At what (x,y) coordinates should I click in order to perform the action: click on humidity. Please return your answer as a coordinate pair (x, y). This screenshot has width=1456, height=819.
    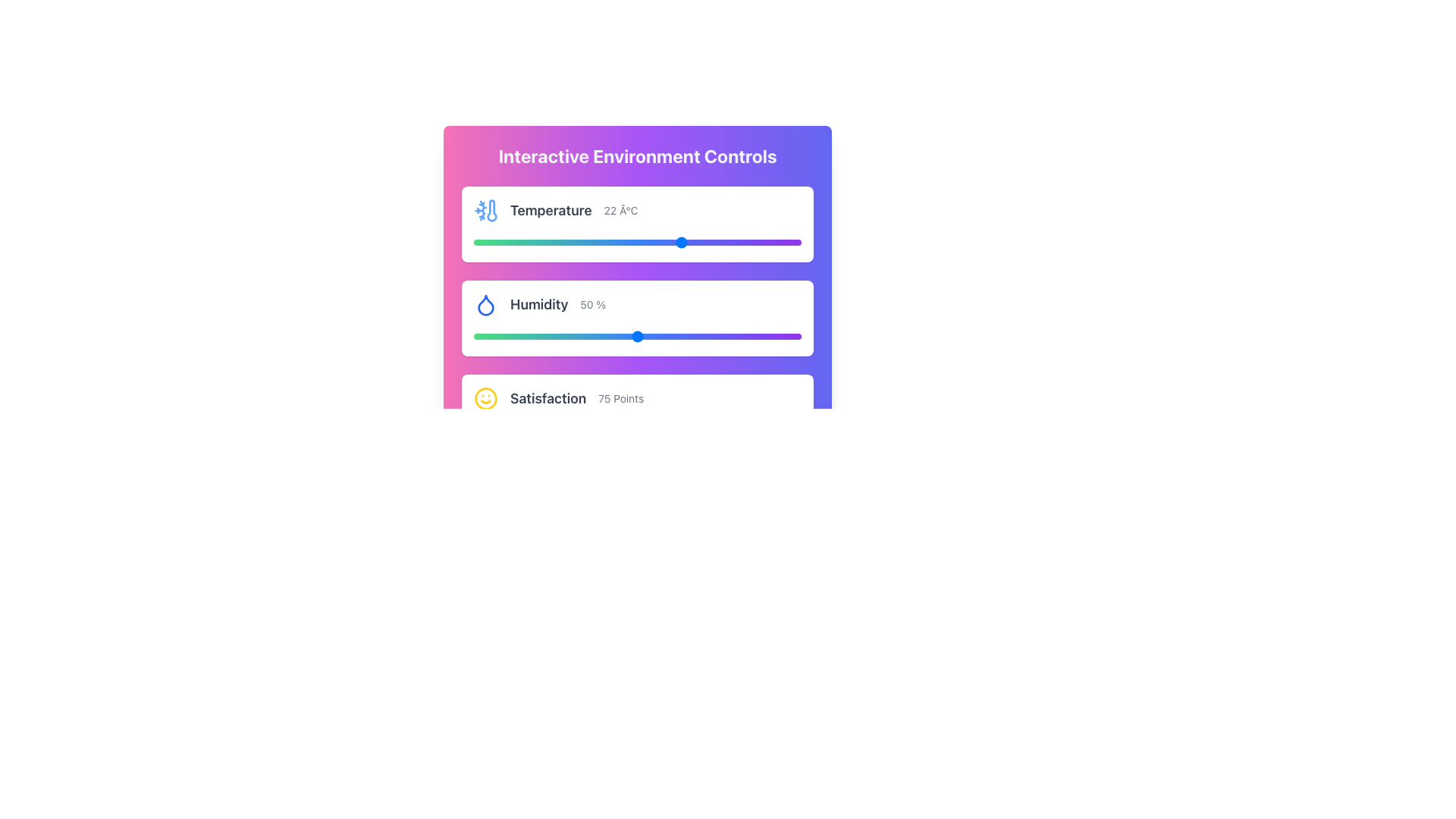
    Looking at the image, I should click on (568, 335).